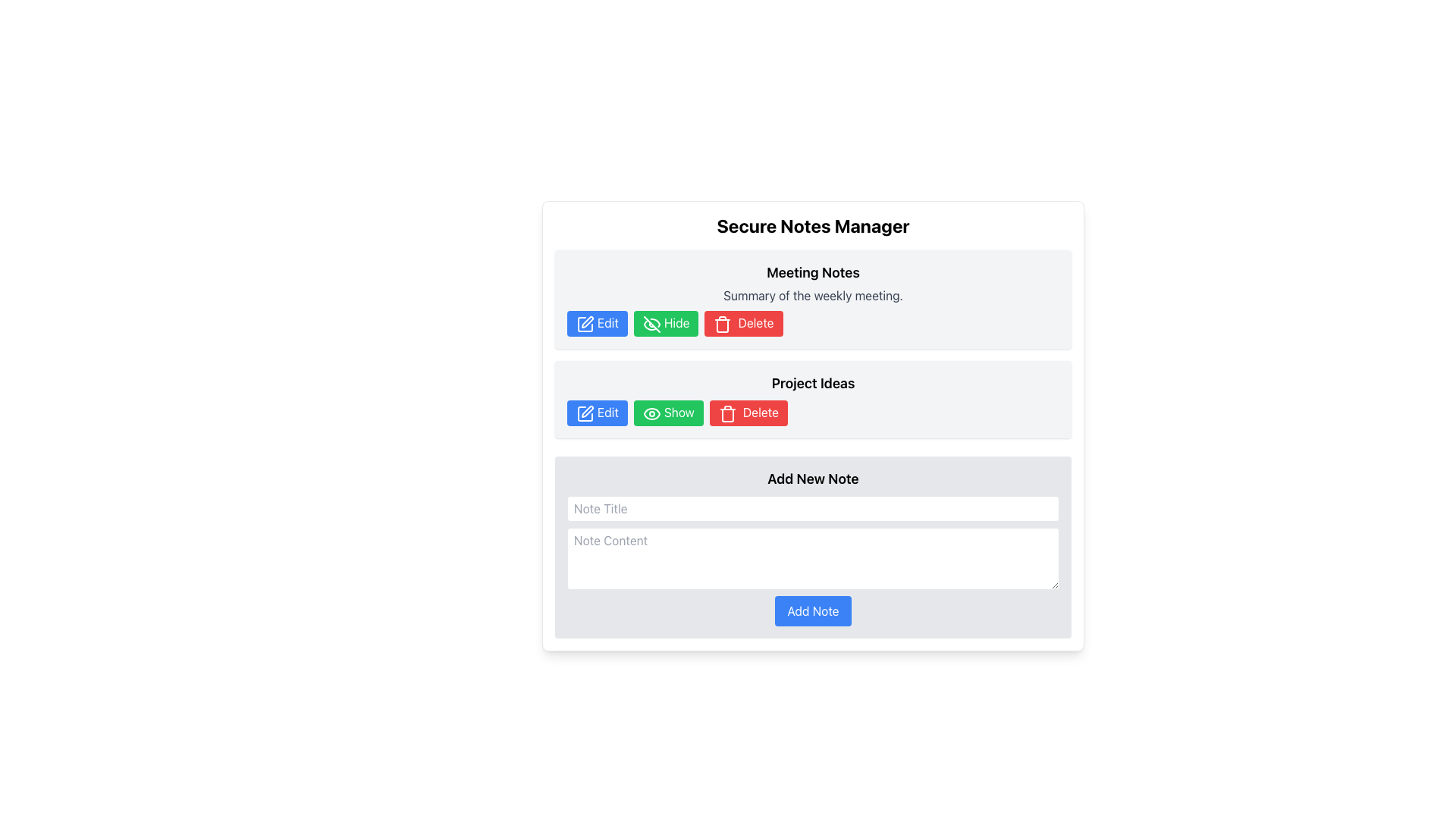 Image resolution: width=1456 pixels, height=819 pixels. What do you see at coordinates (812, 299) in the screenshot?
I see `title and summary of the note summary component located just above the 'Project Ideas' section in the Secure Notes Manager interface` at bounding box center [812, 299].